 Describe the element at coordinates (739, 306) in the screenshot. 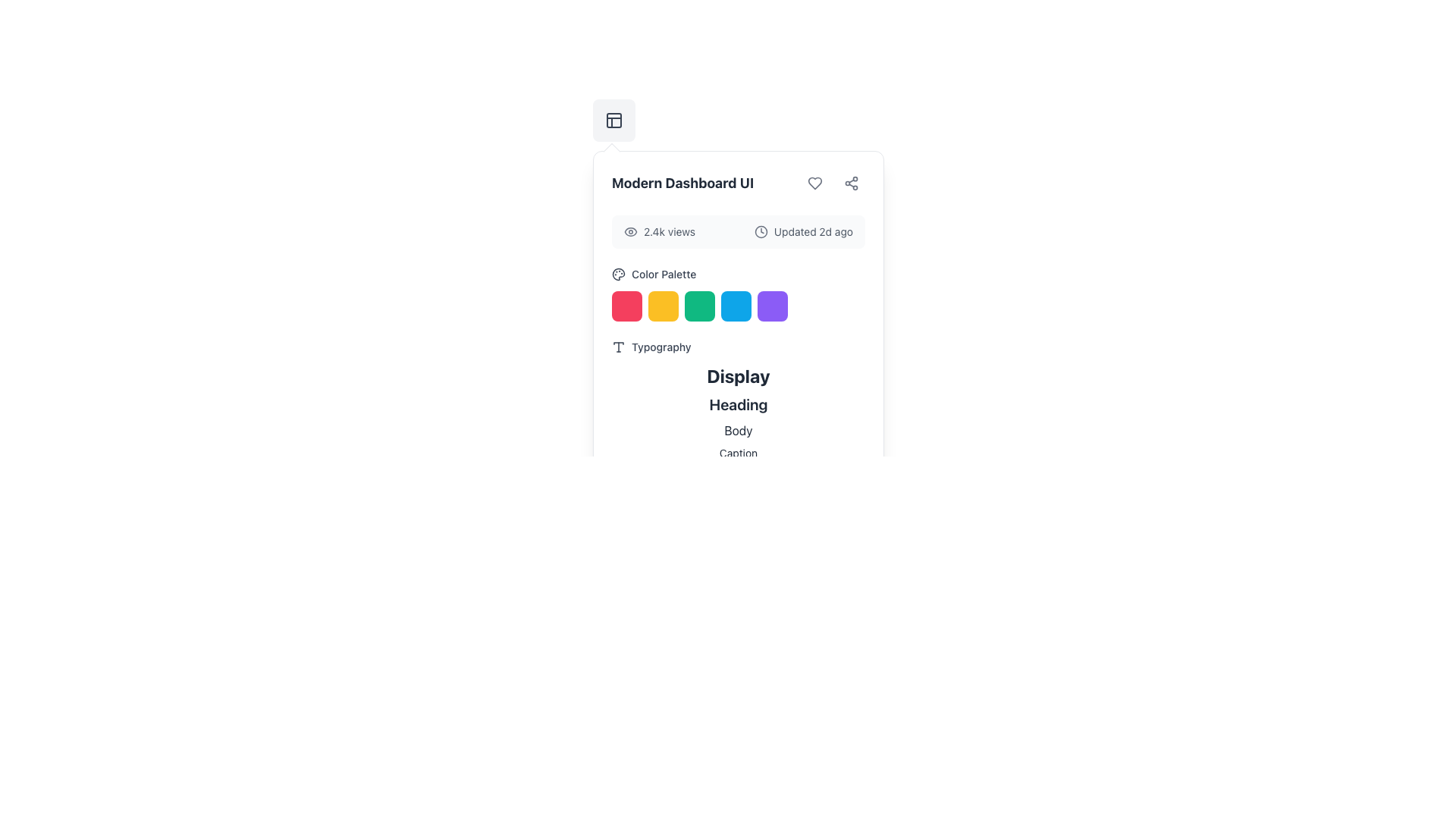

I see `the color selection palette, which consists of five rounded square icons arranged horizontally in colors red, yellow, green, blue, and purple` at that location.